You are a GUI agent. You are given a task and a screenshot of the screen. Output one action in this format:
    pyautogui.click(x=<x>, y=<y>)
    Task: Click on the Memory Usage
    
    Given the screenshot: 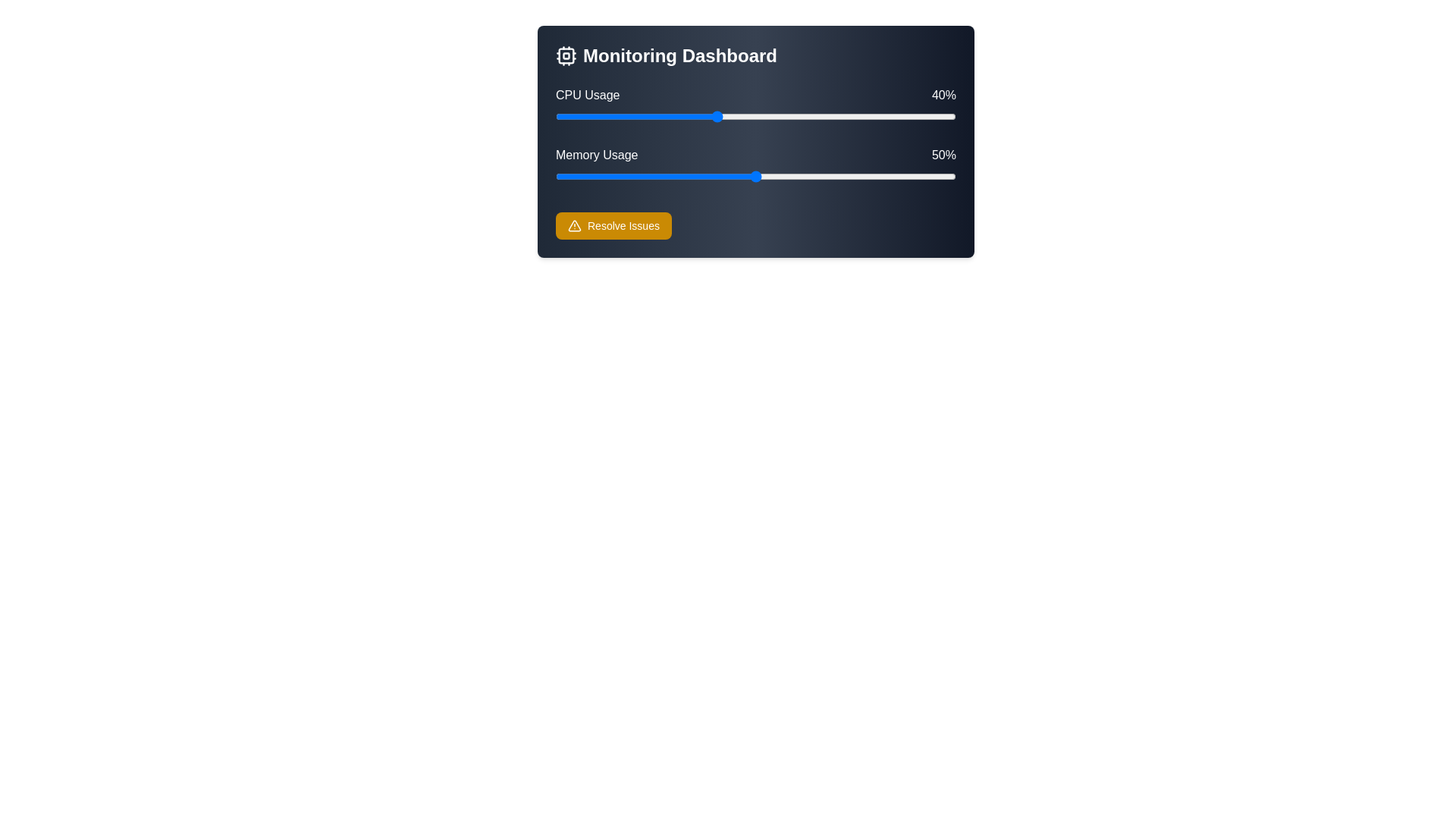 What is the action you would take?
    pyautogui.click(x=587, y=175)
    